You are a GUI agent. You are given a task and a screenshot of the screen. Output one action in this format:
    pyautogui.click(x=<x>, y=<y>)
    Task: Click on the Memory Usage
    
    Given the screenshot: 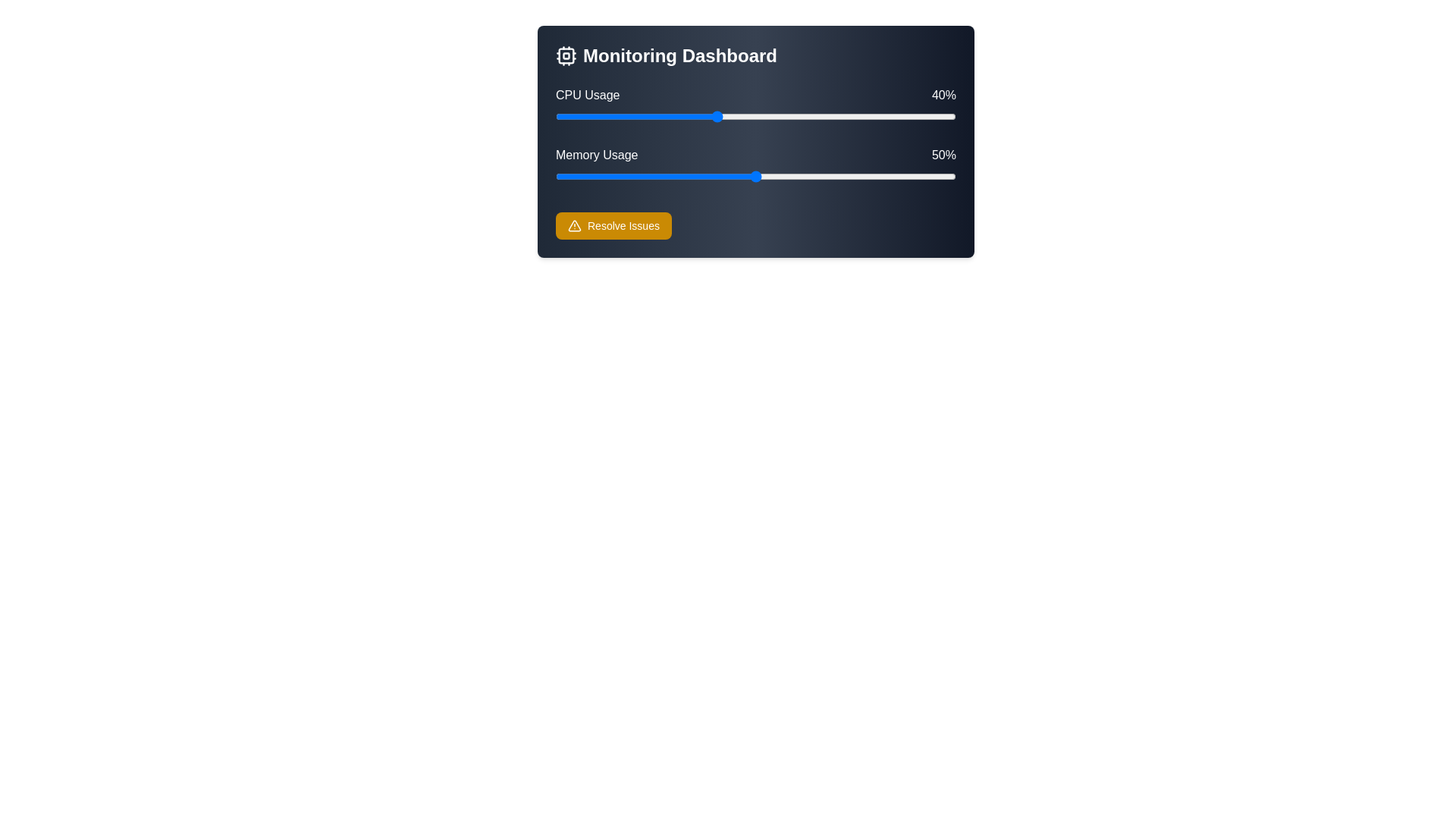 What is the action you would take?
    pyautogui.click(x=587, y=175)
    